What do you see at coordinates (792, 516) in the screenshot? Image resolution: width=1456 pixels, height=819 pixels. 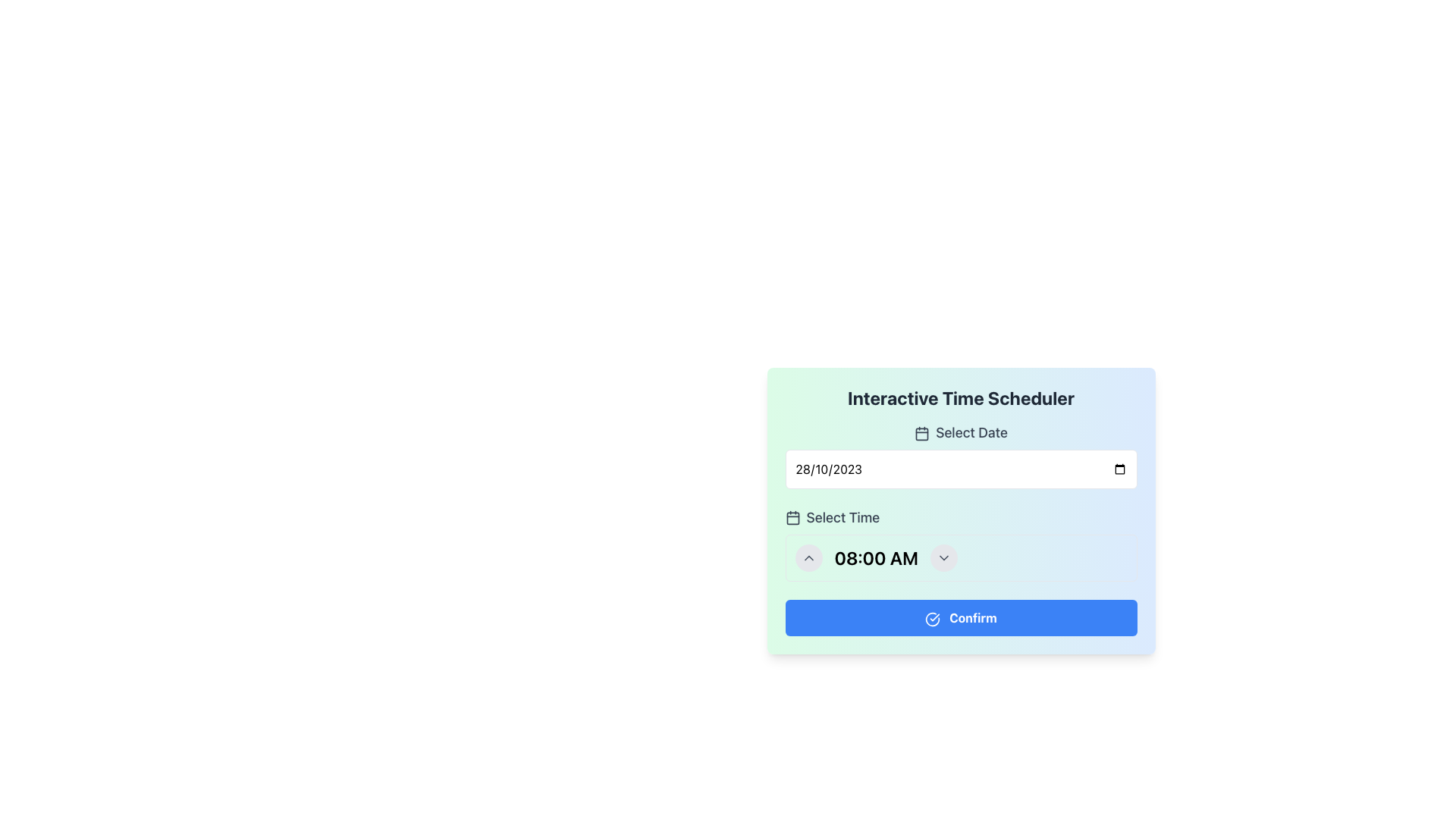 I see `the calendar icon, which is styled with a square outline and rounded corners, located next to the 'Select Time' label in the lower half of the interface` at bounding box center [792, 516].